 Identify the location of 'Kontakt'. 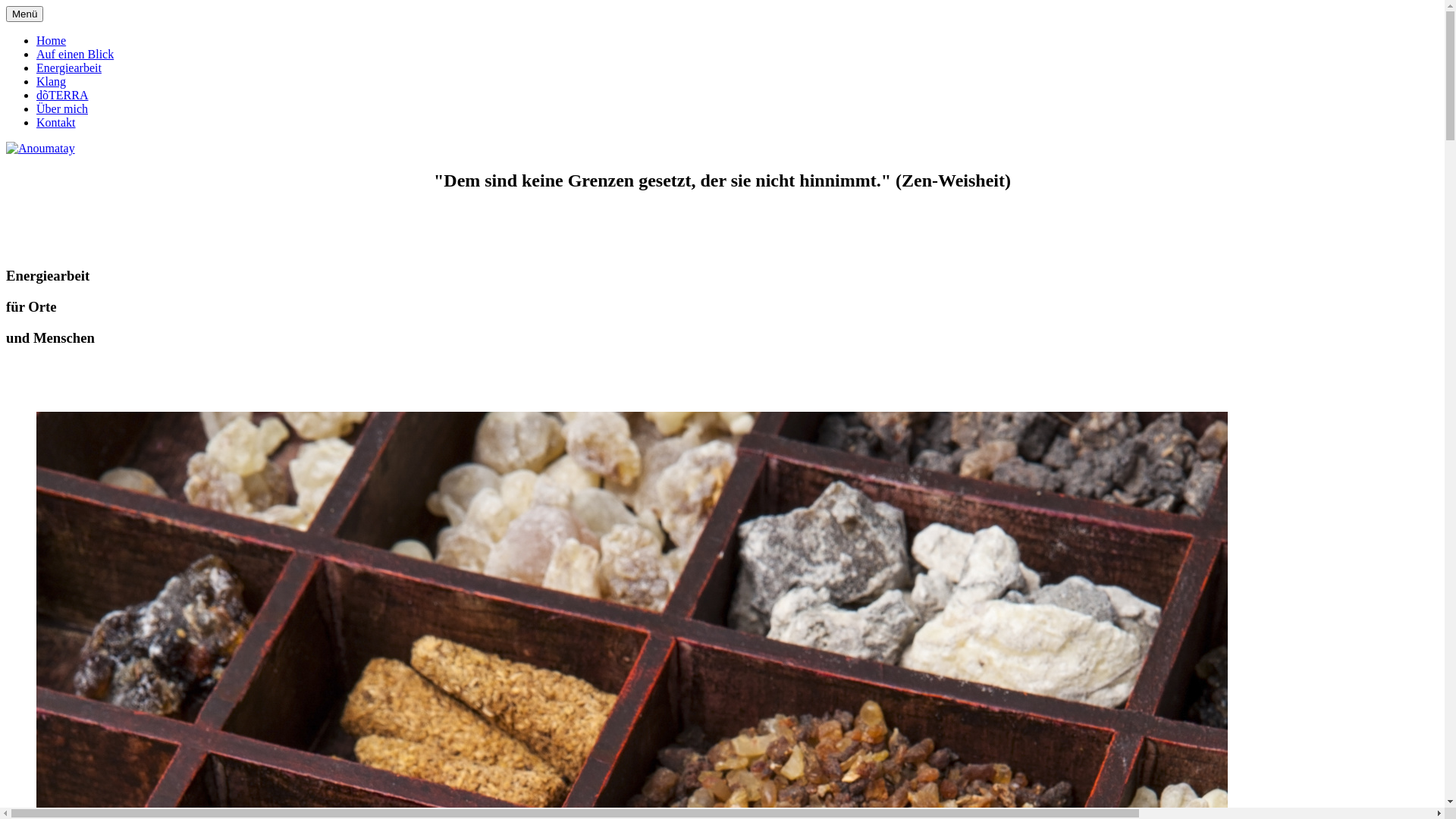
(55, 121).